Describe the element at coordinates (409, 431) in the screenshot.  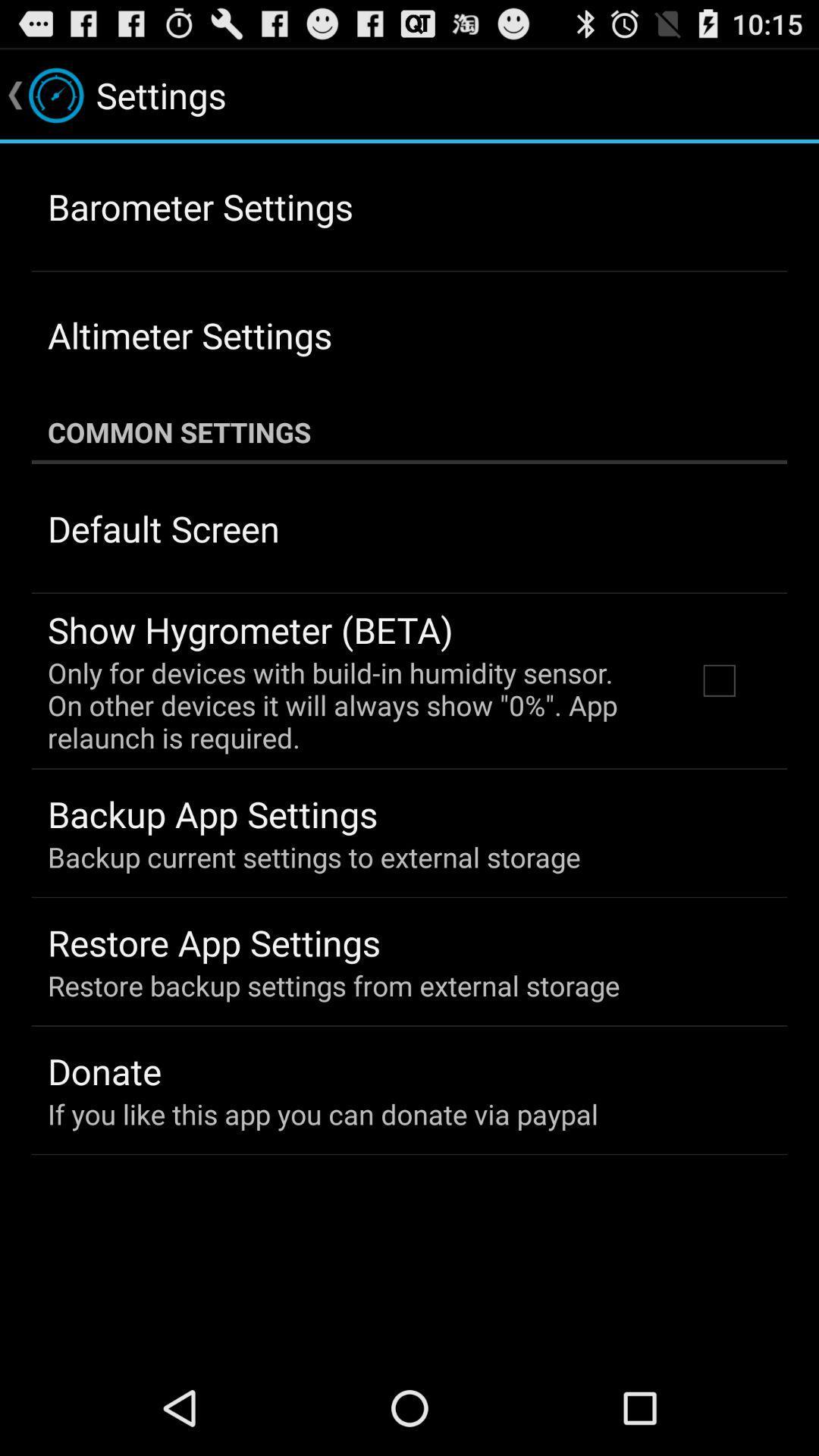
I see `icon at the top` at that location.